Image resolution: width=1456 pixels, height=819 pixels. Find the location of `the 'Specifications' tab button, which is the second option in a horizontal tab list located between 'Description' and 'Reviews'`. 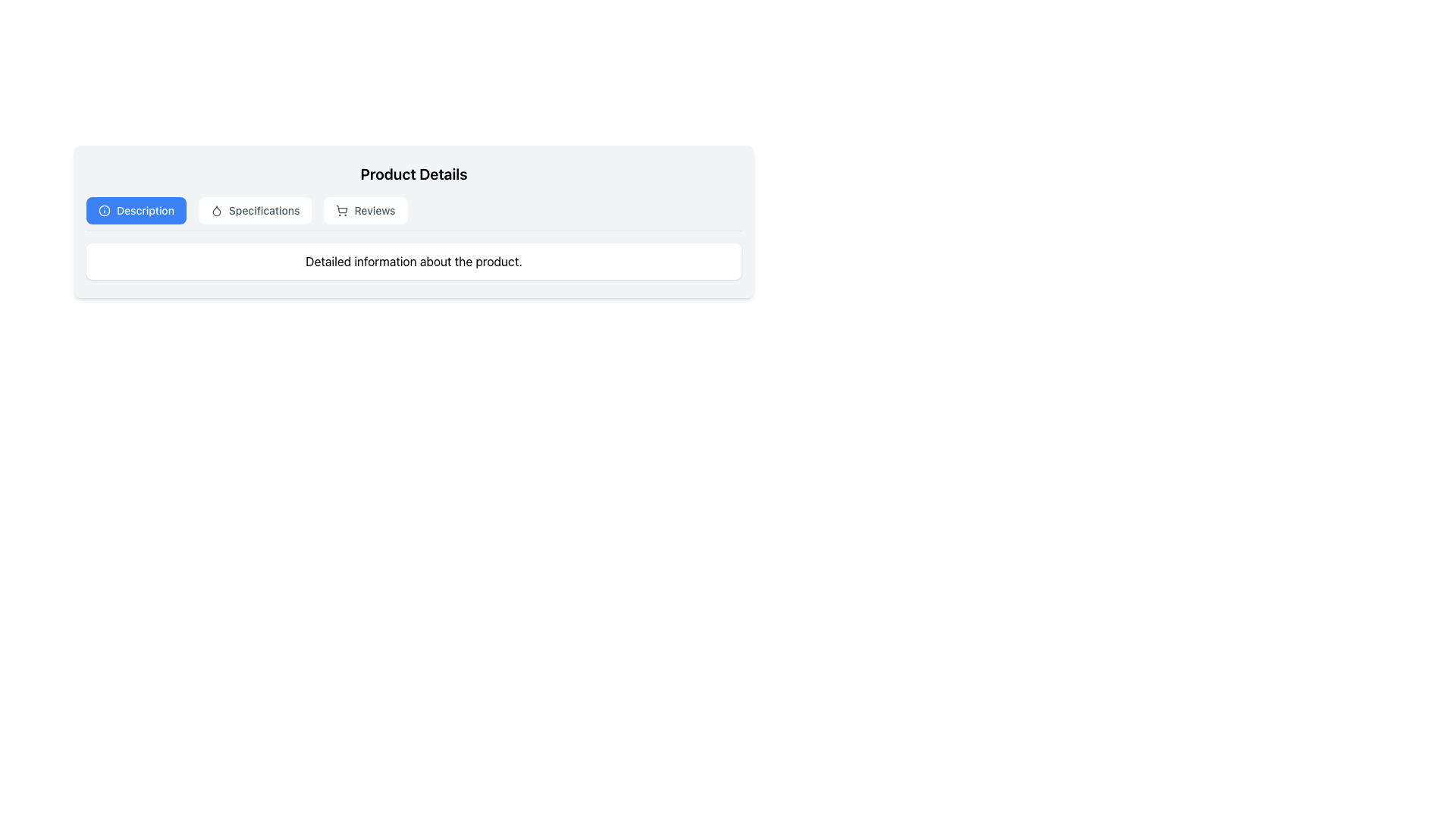

the 'Specifications' tab button, which is the second option in a horizontal tab list located between 'Description' and 'Reviews' is located at coordinates (255, 210).